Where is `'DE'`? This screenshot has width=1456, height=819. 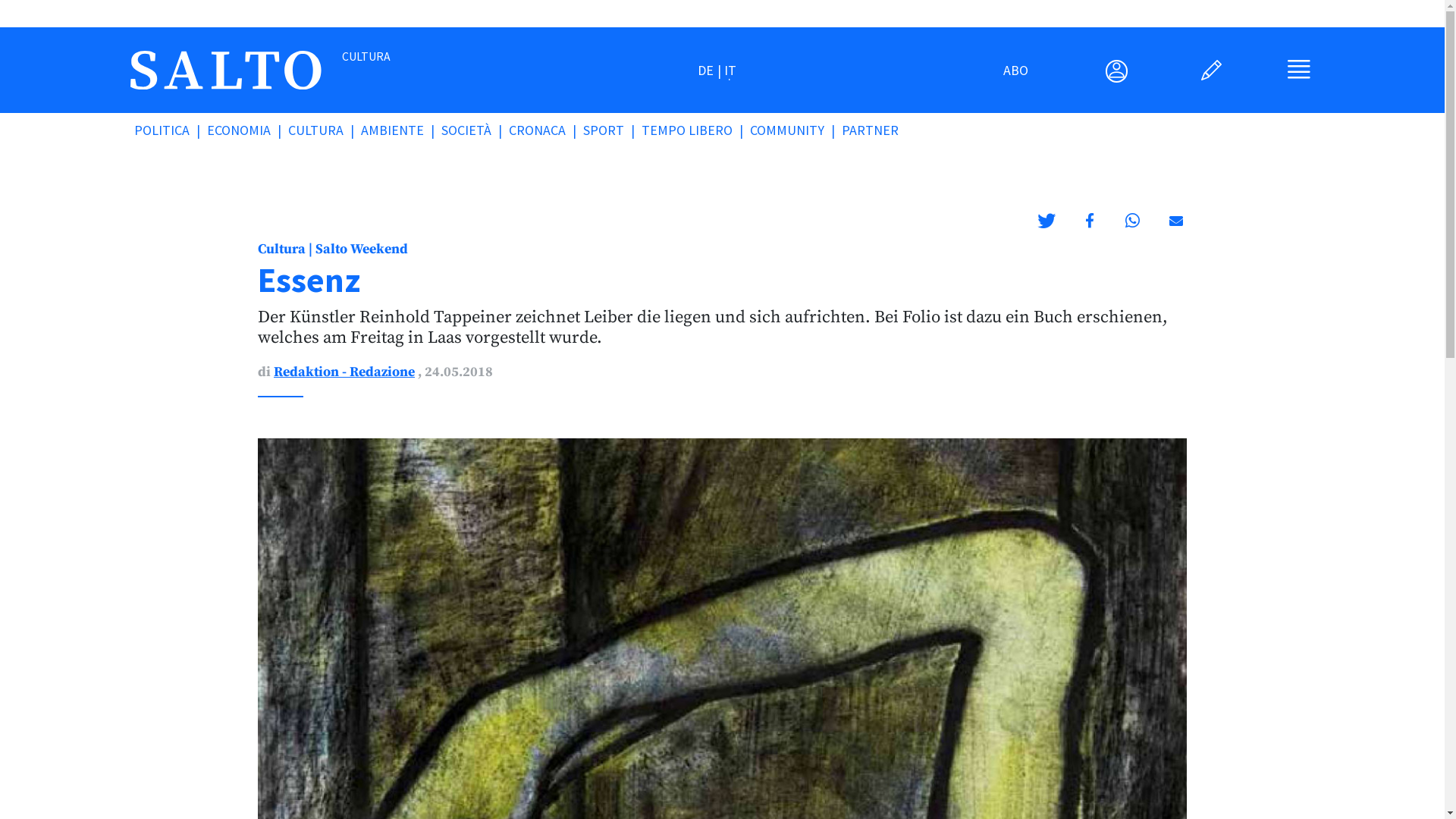 'DE' is located at coordinates (708, 70).